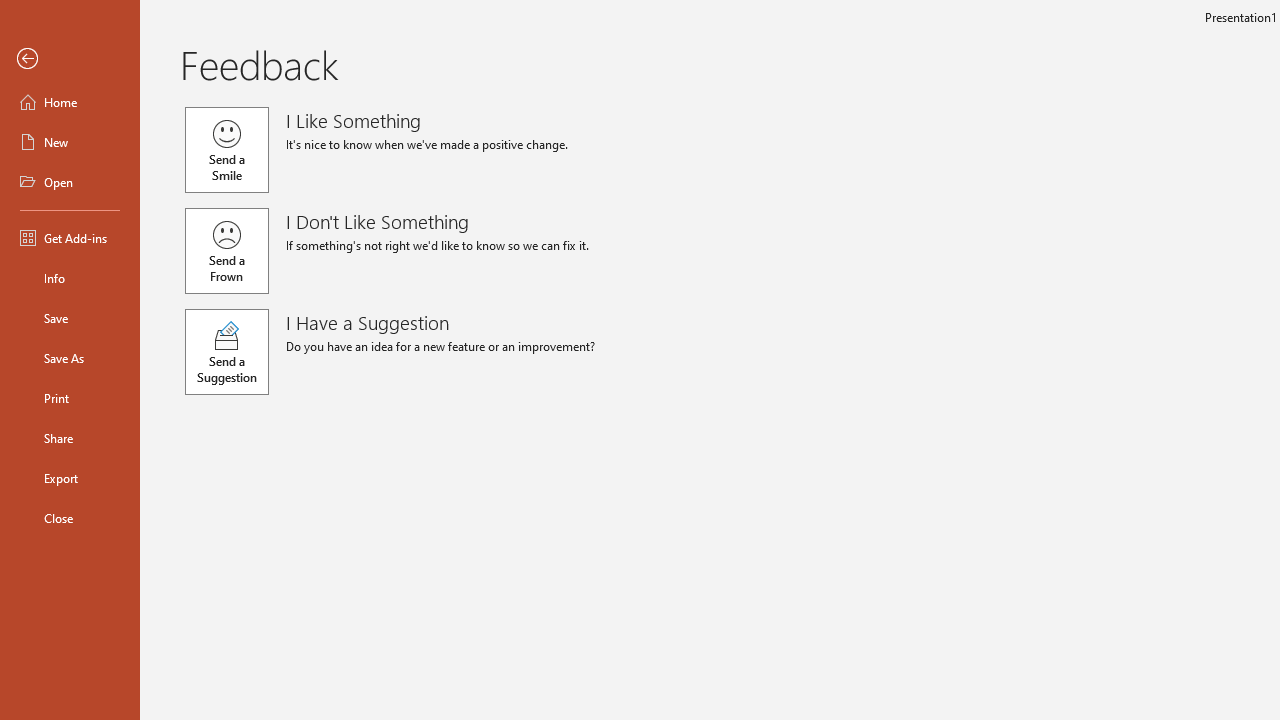 The width and height of the screenshot is (1280, 720). I want to click on 'Open', so click(69, 182).